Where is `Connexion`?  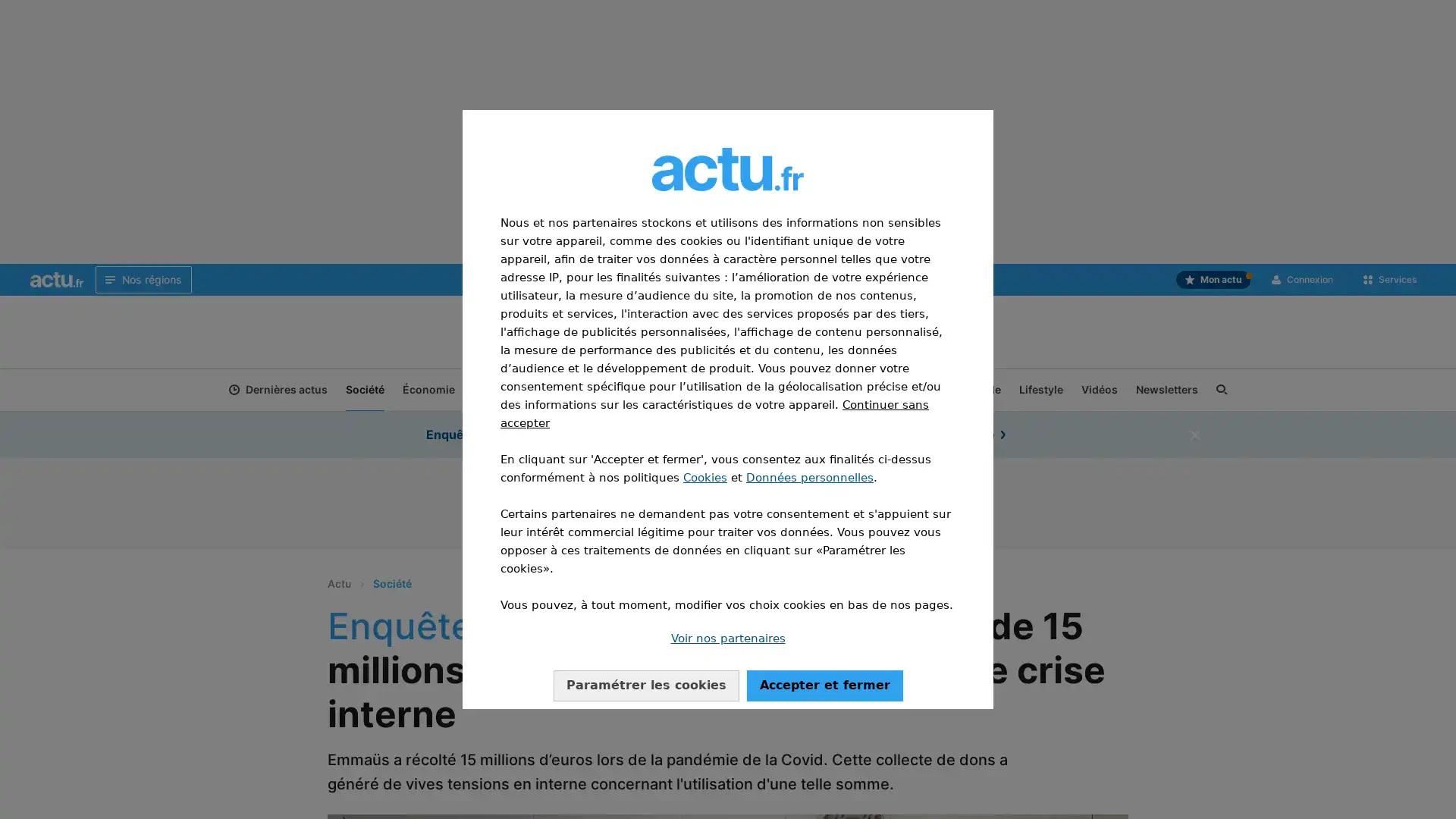 Connexion is located at coordinates (1301, 280).